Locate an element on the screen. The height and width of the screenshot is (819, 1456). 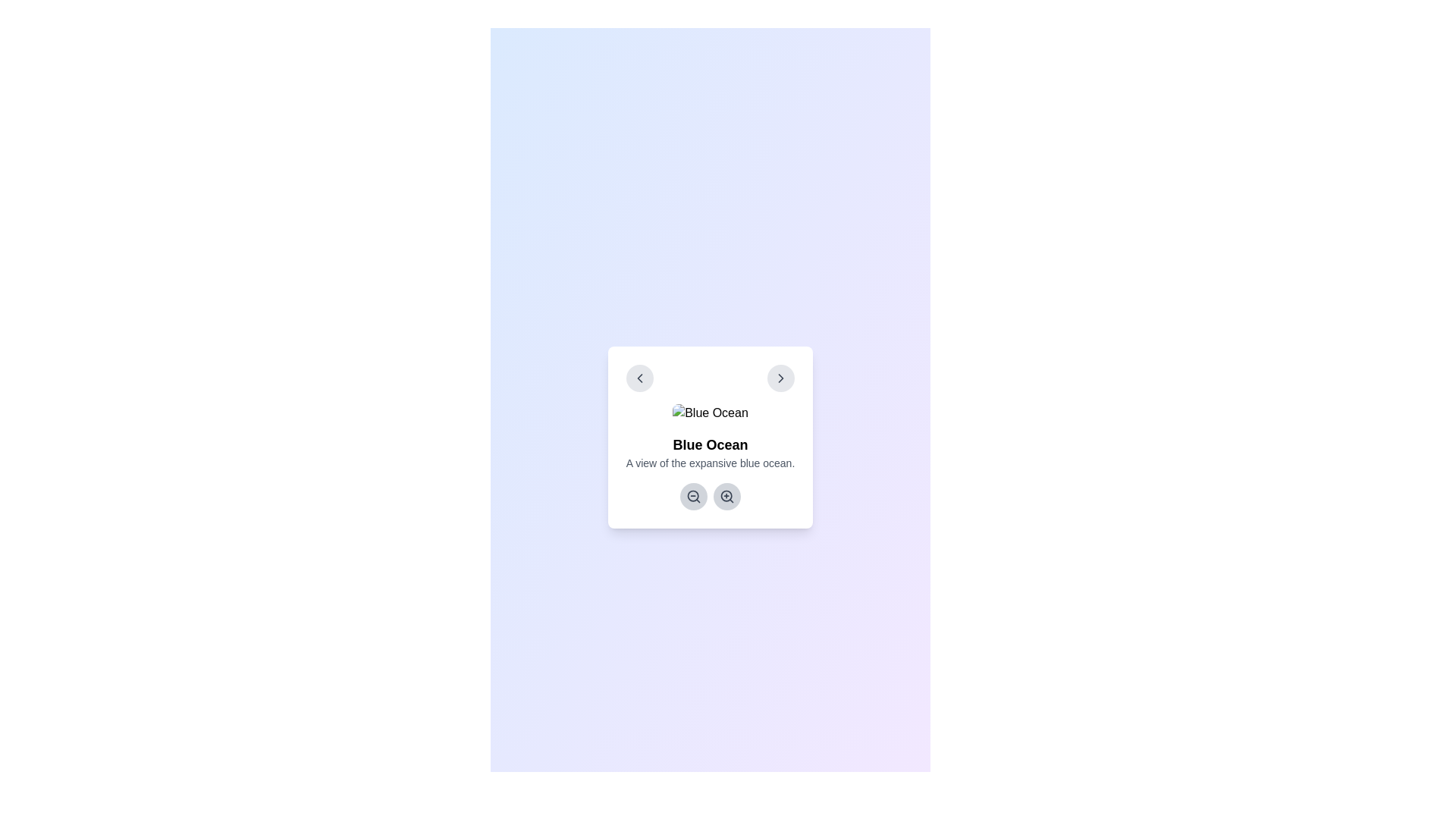
the static text element that reads 'Blue Ocean', which is prominently displayed in a bold, large font against a light background, centered in a card layout is located at coordinates (709, 444).